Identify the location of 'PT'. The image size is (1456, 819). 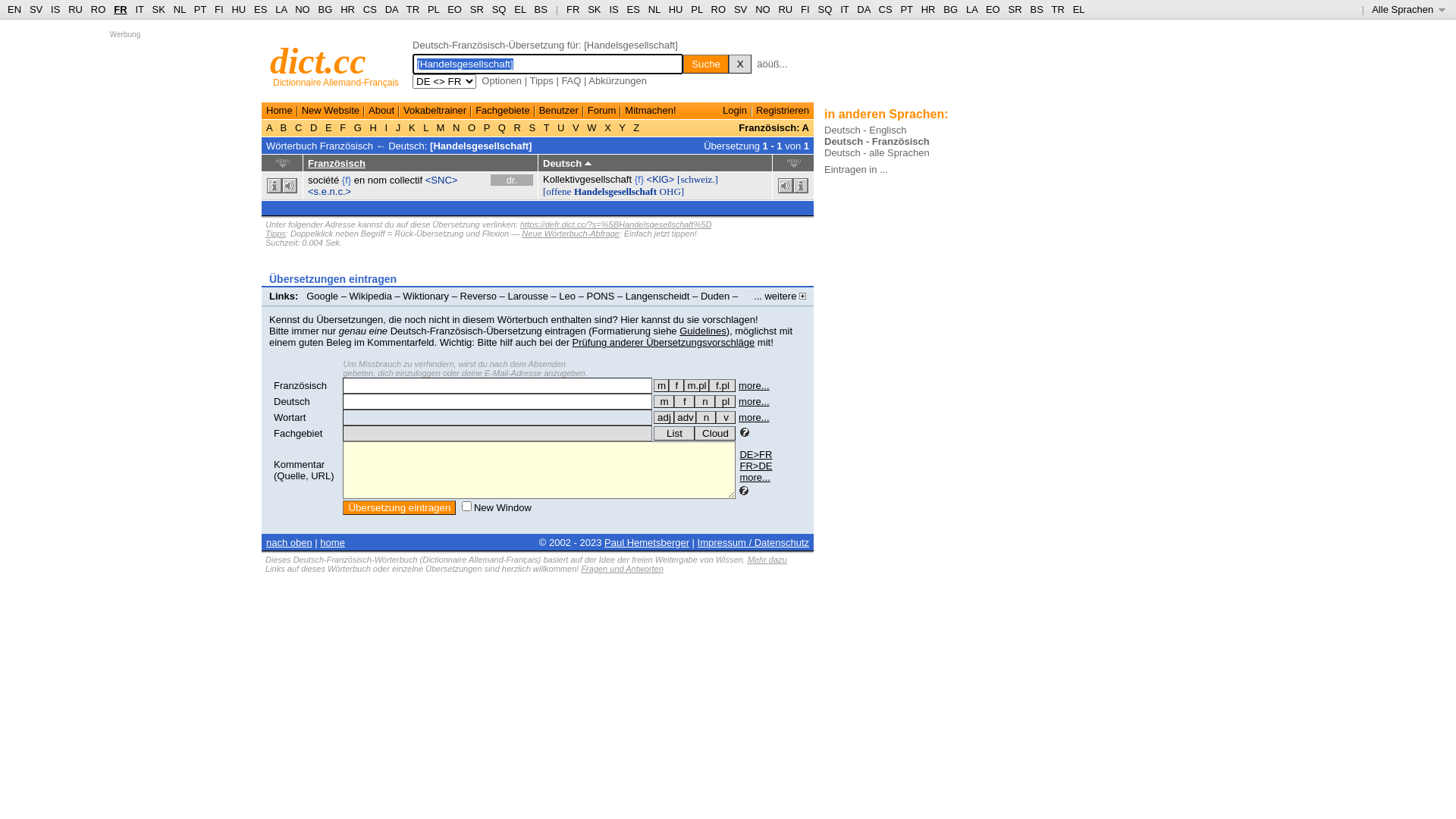
(906, 9).